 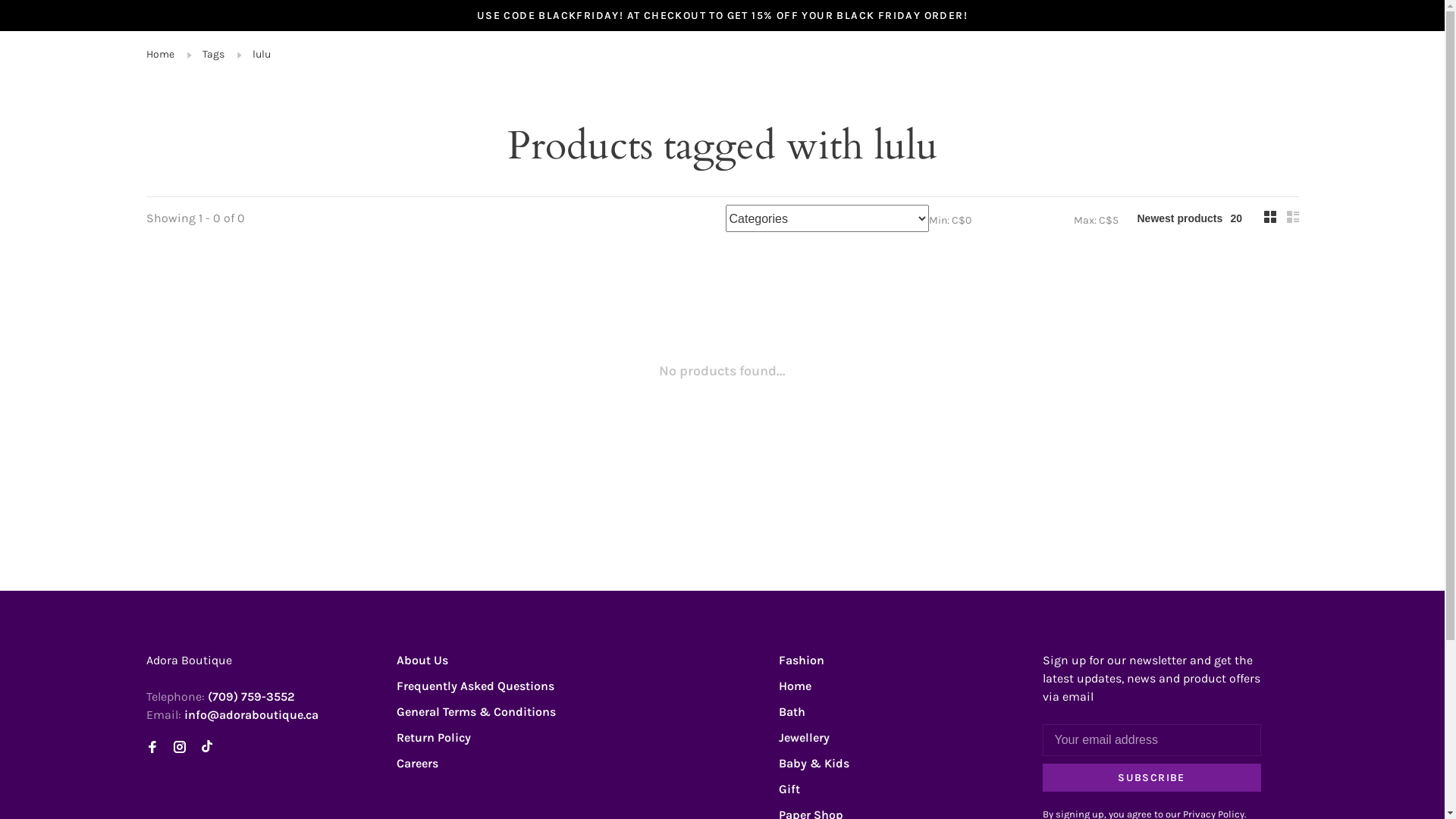 What do you see at coordinates (231, 714) in the screenshot?
I see `'Email: info@adoraboutique.ca'` at bounding box center [231, 714].